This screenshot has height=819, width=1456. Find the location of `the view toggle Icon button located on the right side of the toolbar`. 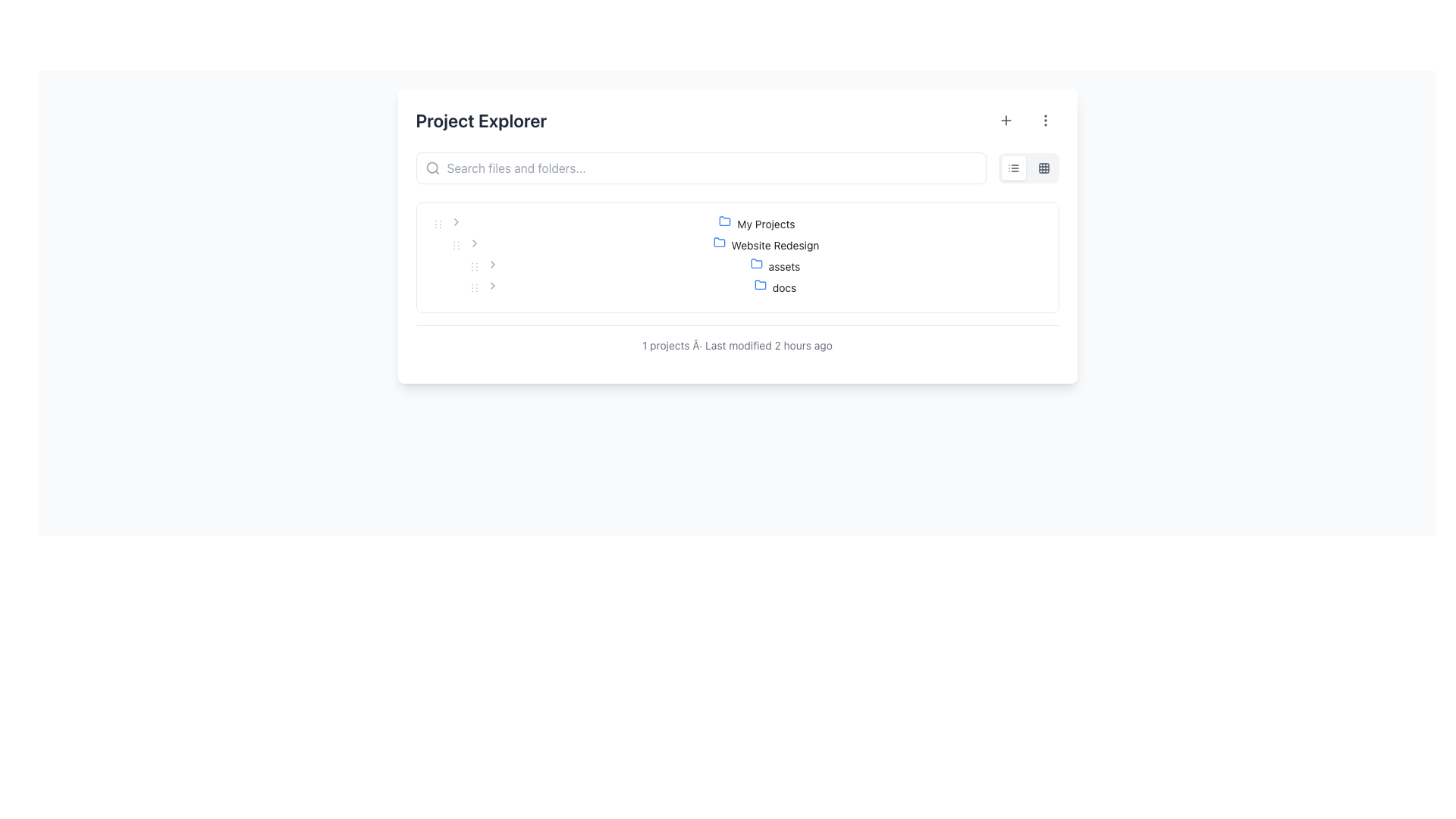

the view toggle Icon button located on the right side of the toolbar is located at coordinates (1043, 168).